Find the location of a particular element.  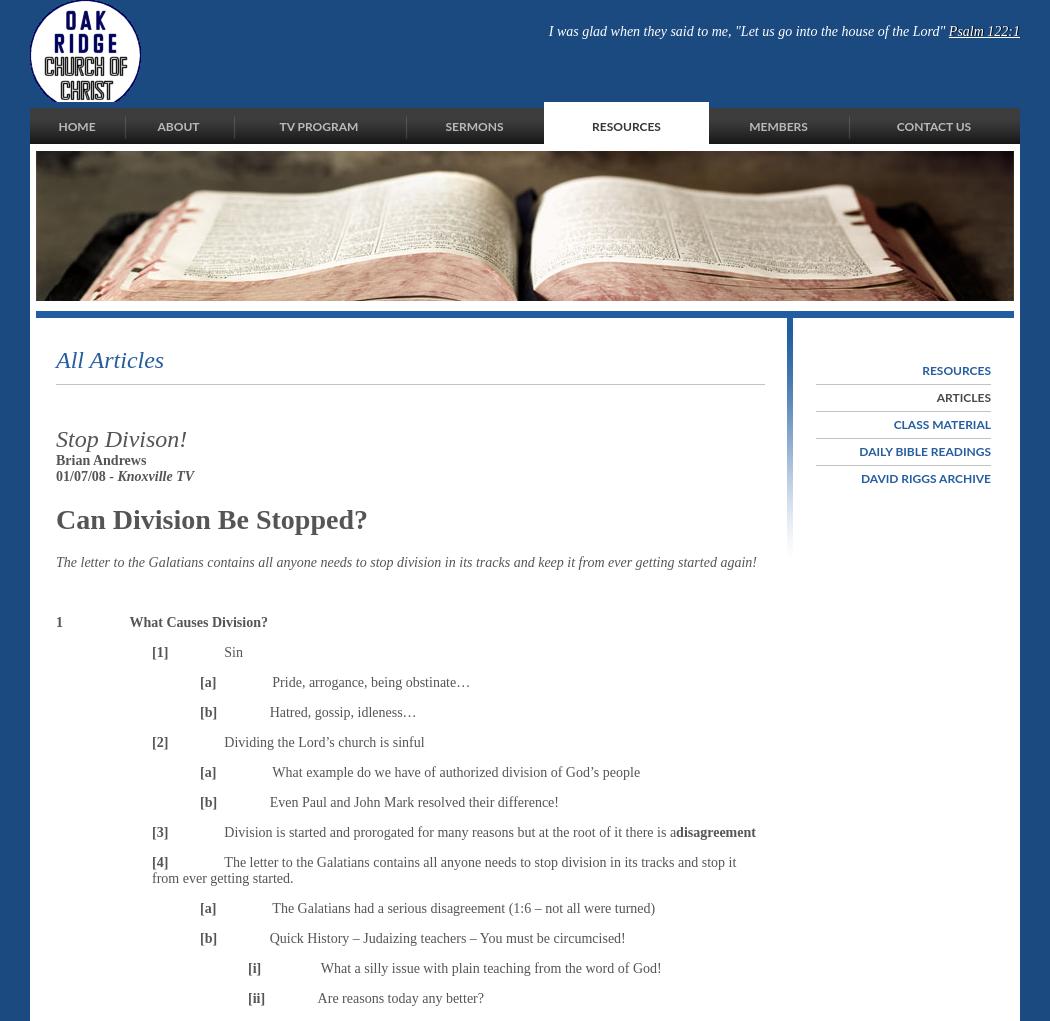

'Dividing the Lord’s church is sinful' is located at coordinates (324, 740).